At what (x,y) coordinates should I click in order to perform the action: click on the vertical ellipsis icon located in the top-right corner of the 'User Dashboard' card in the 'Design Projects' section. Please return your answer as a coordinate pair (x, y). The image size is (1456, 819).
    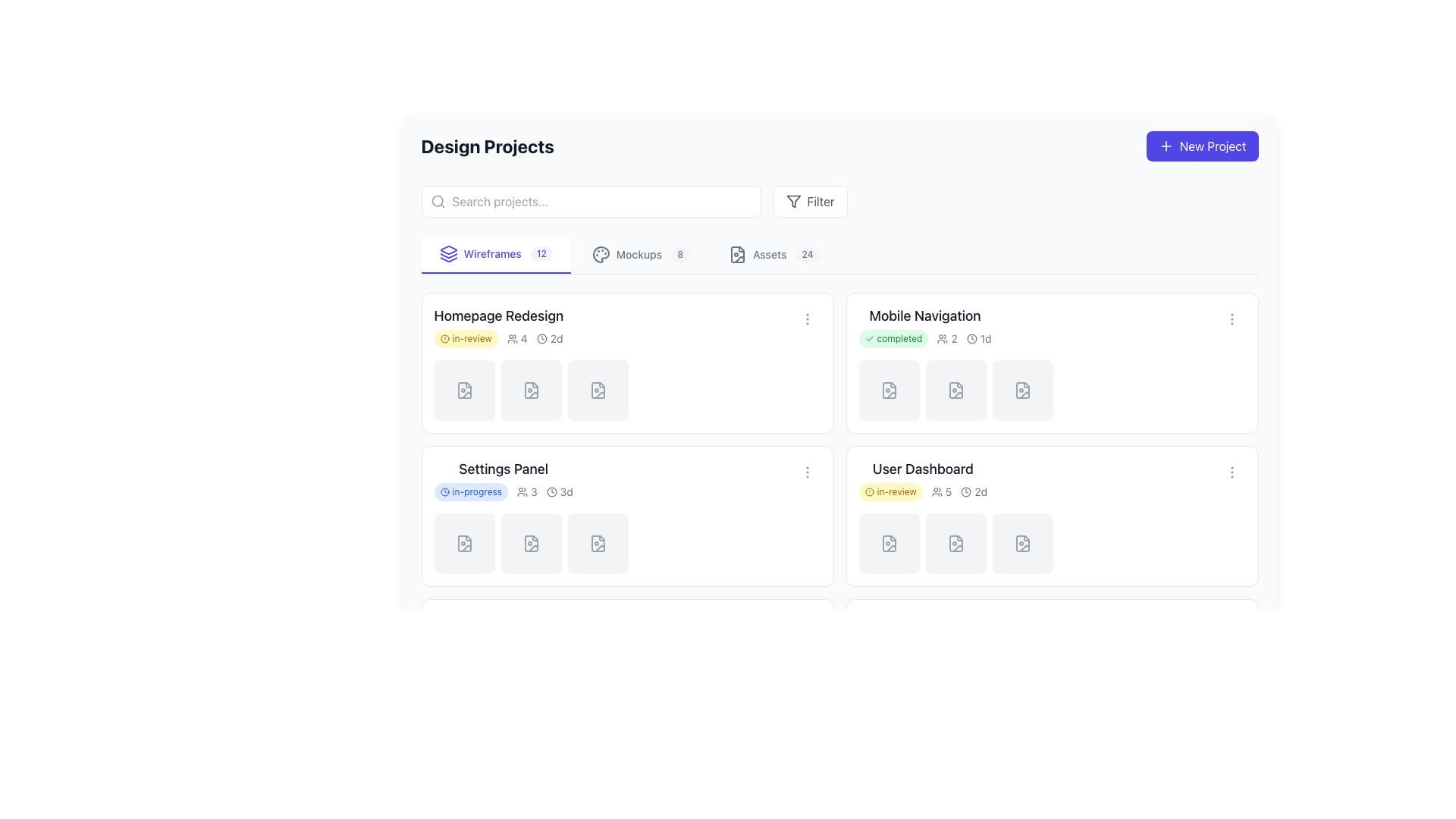
    Looking at the image, I should click on (1232, 472).